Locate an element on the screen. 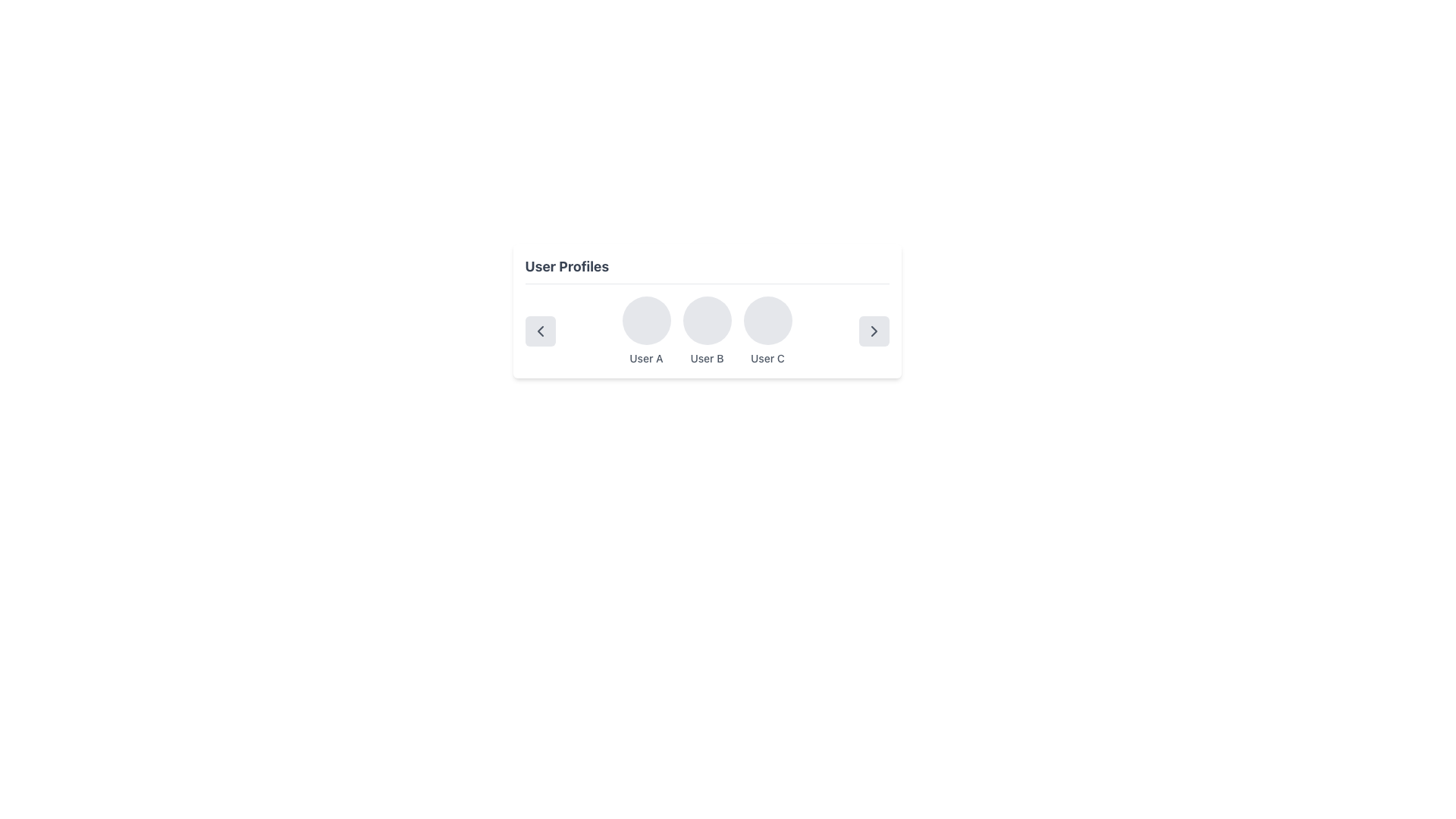 The height and width of the screenshot is (819, 1456). the navigational button located on the far left of the horizontal row displaying user profiles is located at coordinates (540, 330).